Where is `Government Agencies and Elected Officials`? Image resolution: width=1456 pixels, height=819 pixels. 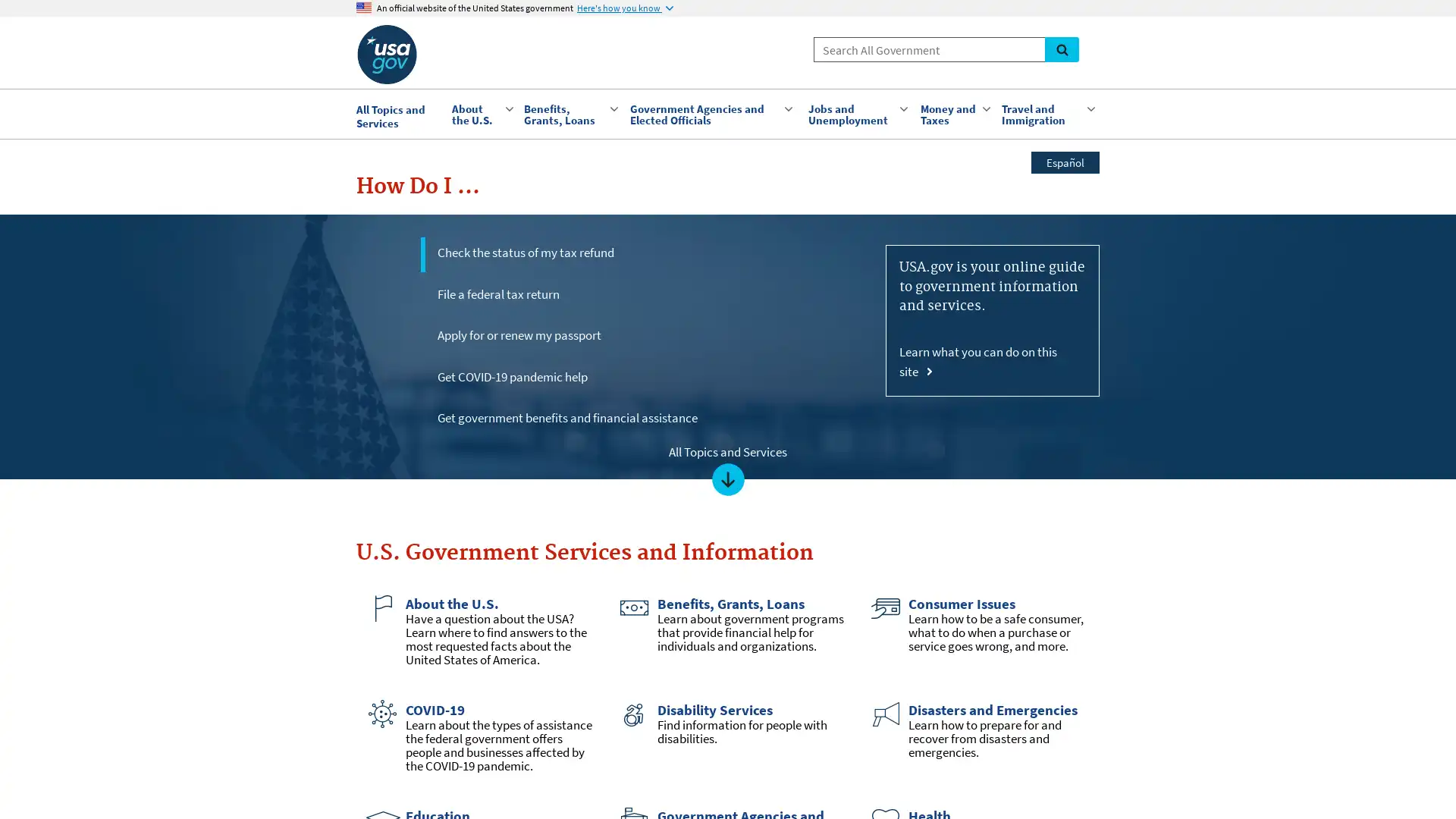 Government Agencies and Elected Officials is located at coordinates (710, 113).